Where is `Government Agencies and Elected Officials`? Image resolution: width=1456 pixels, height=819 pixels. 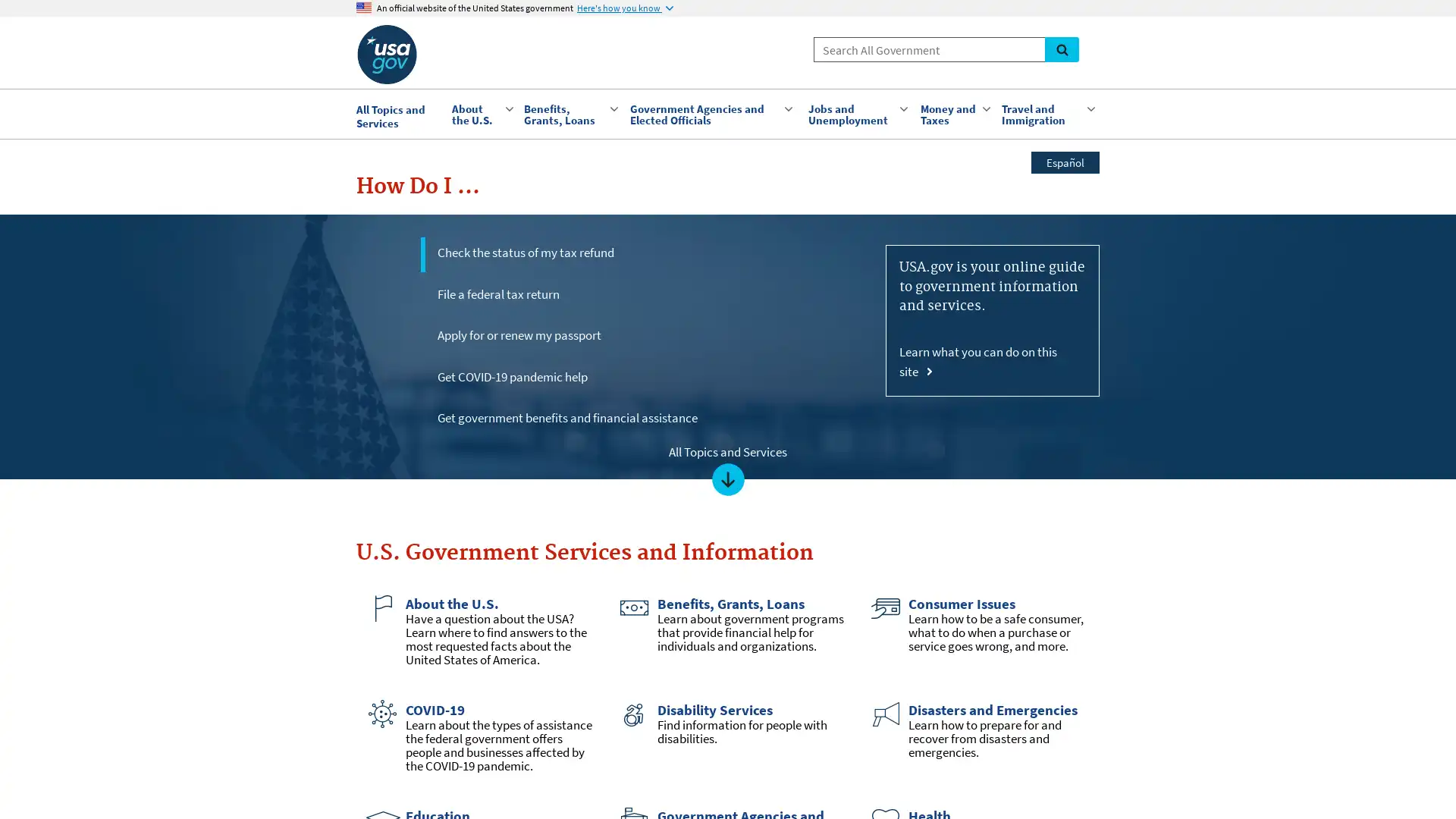 Government Agencies and Elected Officials is located at coordinates (710, 113).